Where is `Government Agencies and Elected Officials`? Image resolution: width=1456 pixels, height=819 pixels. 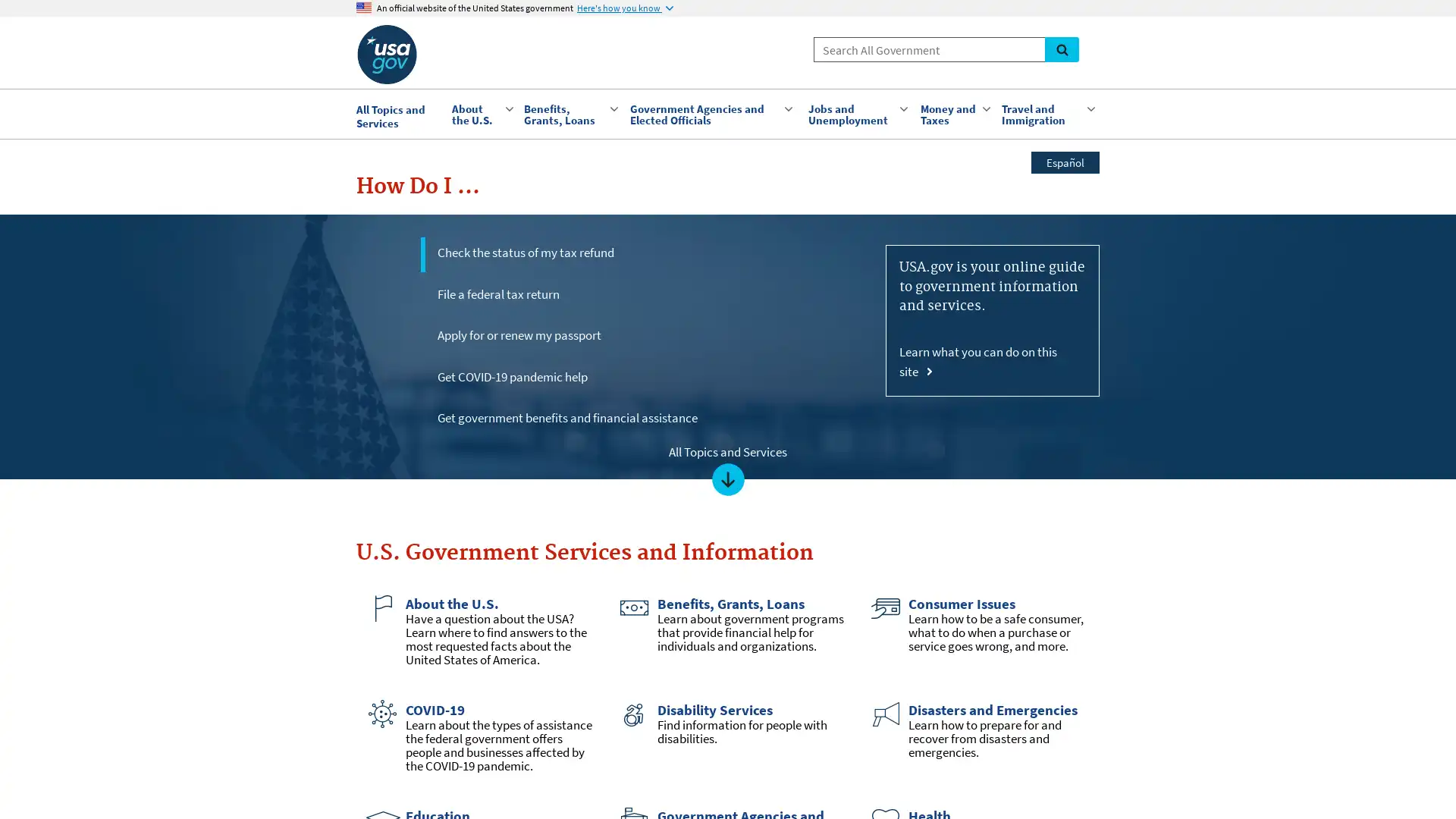 Government Agencies and Elected Officials is located at coordinates (710, 113).